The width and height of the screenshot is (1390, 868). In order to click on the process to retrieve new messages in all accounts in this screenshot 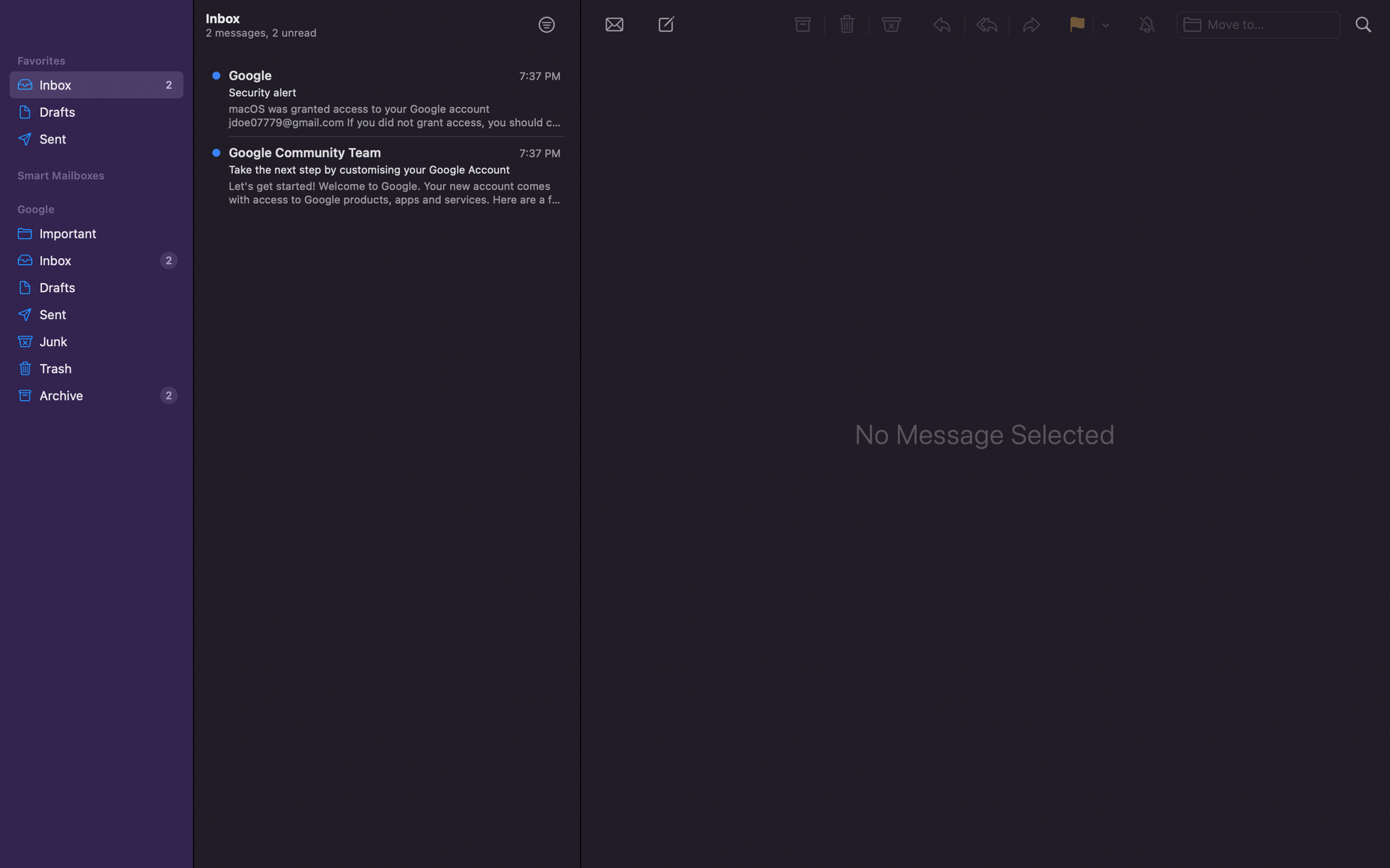, I will do `click(613, 24)`.